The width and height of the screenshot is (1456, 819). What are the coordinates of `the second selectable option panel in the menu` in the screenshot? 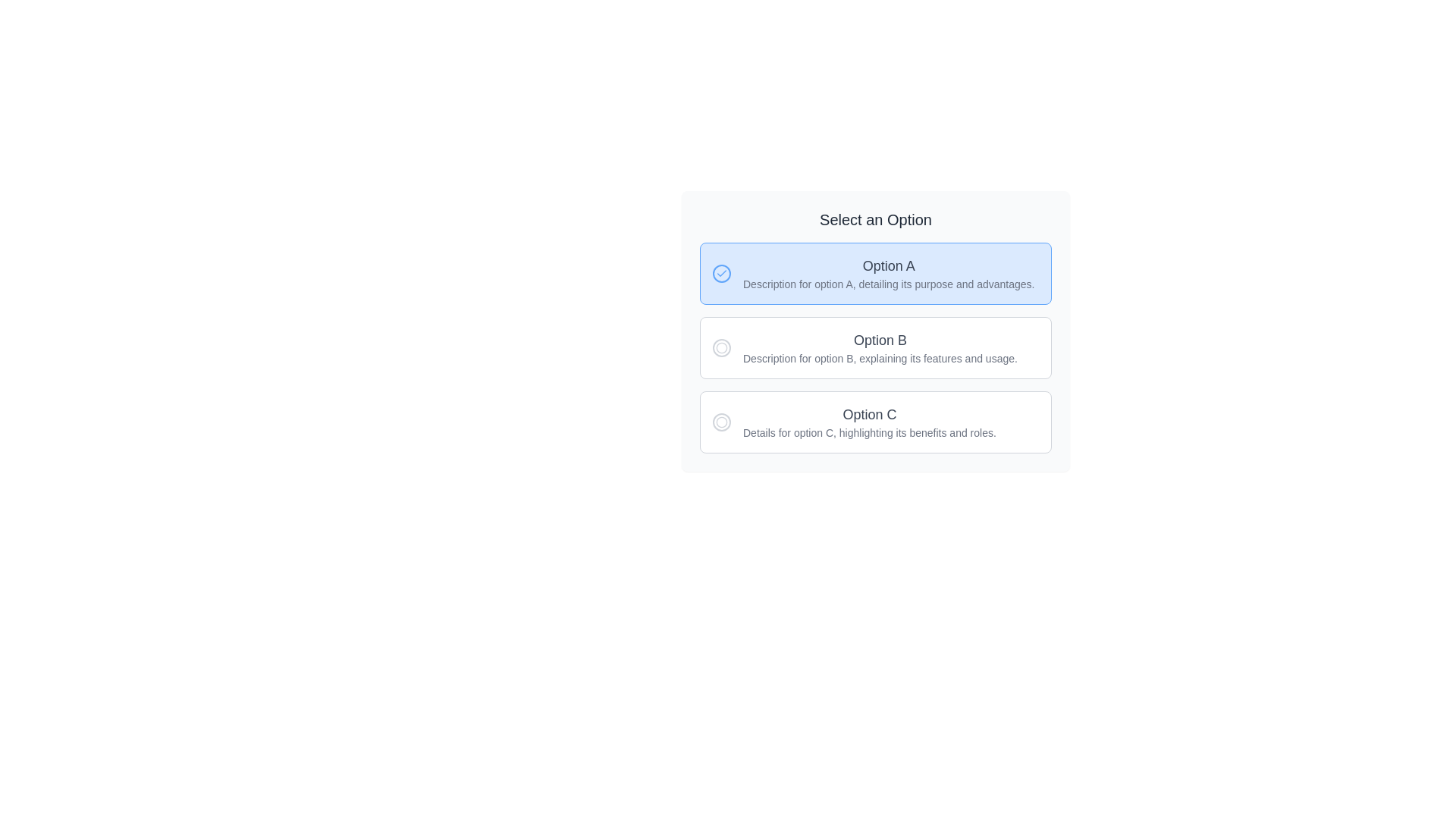 It's located at (876, 330).